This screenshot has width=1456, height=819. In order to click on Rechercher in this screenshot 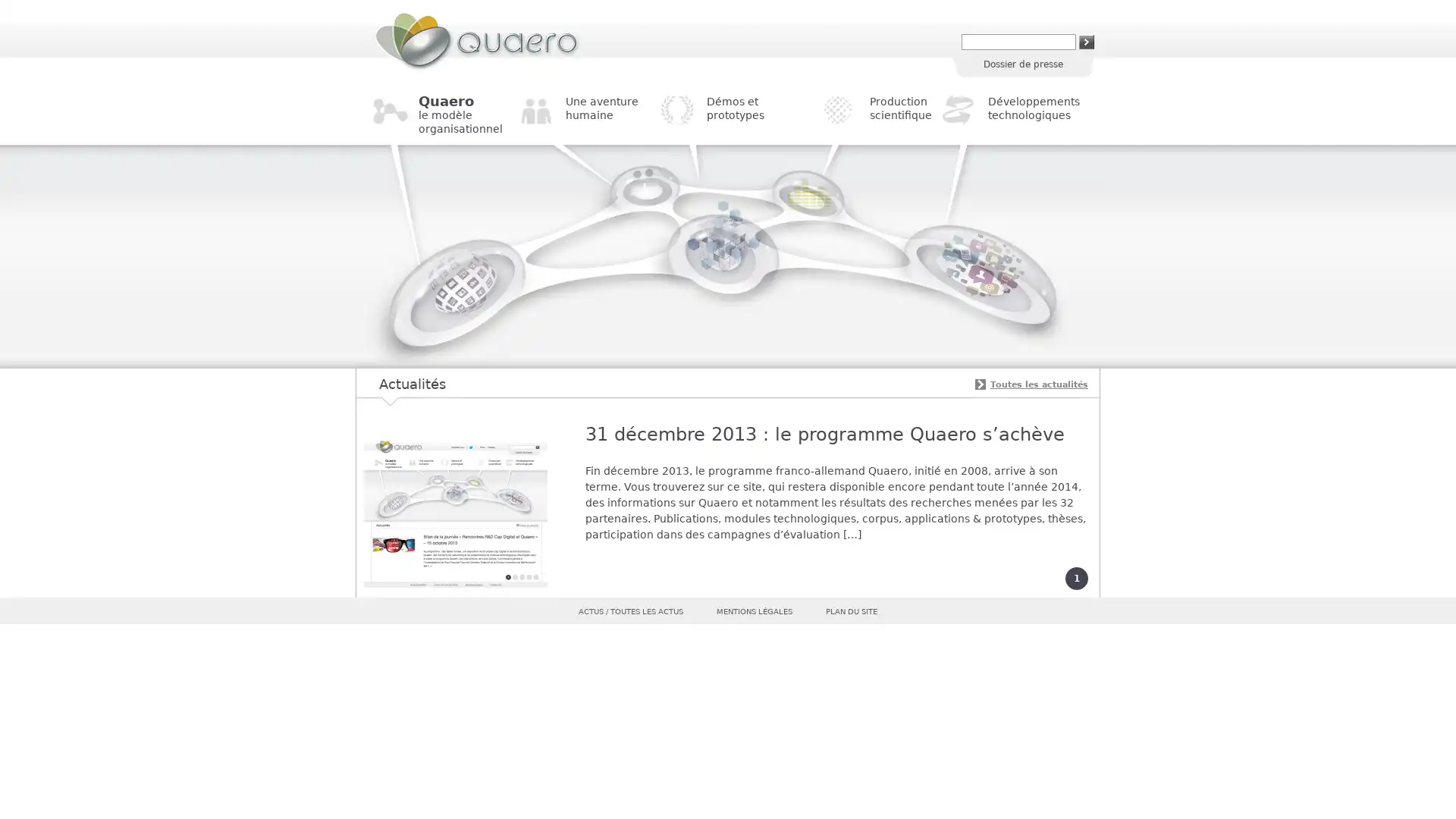, I will do `click(1086, 41)`.